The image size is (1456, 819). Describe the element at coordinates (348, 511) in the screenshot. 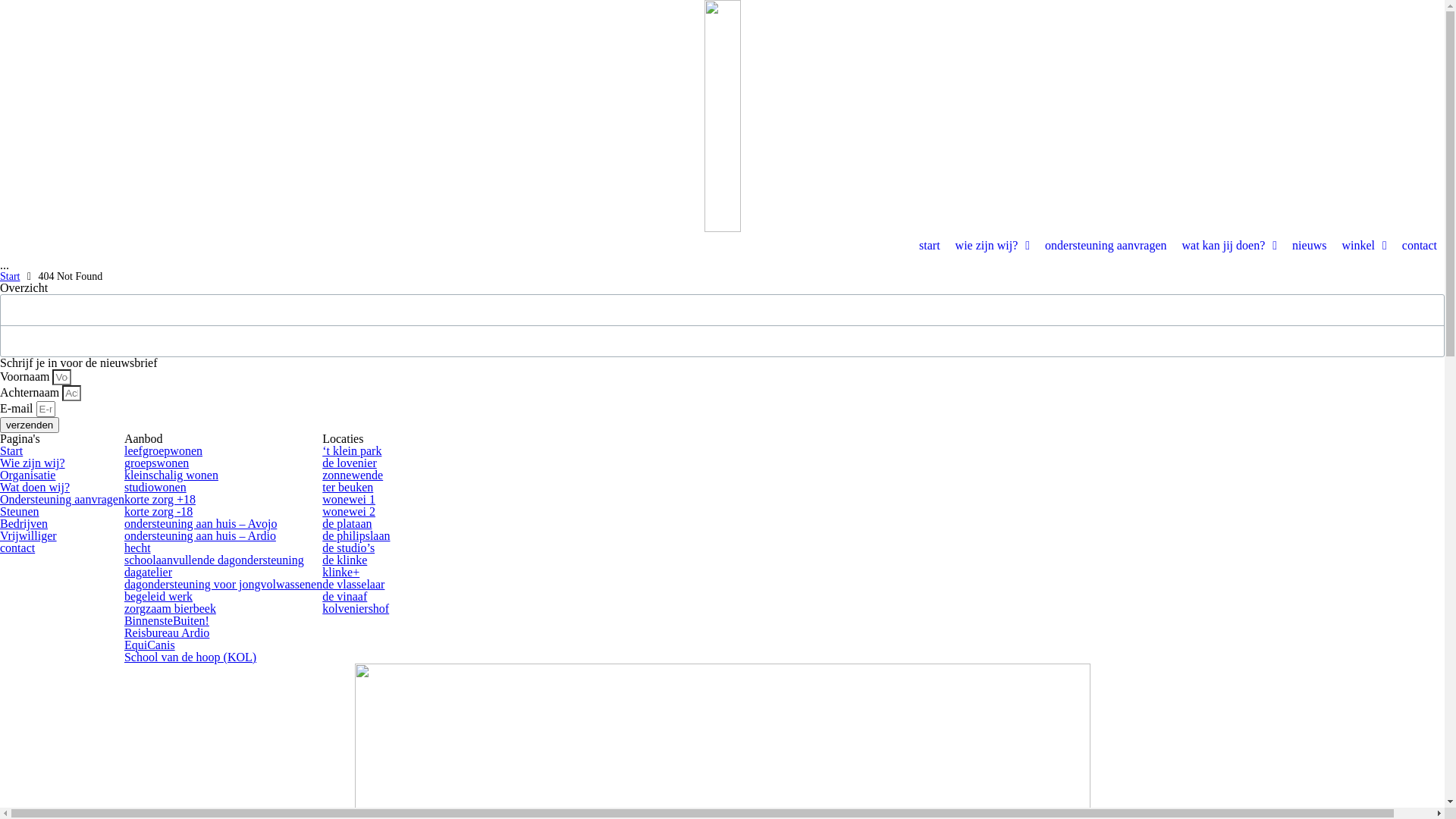

I see `'wonewei 2'` at that location.